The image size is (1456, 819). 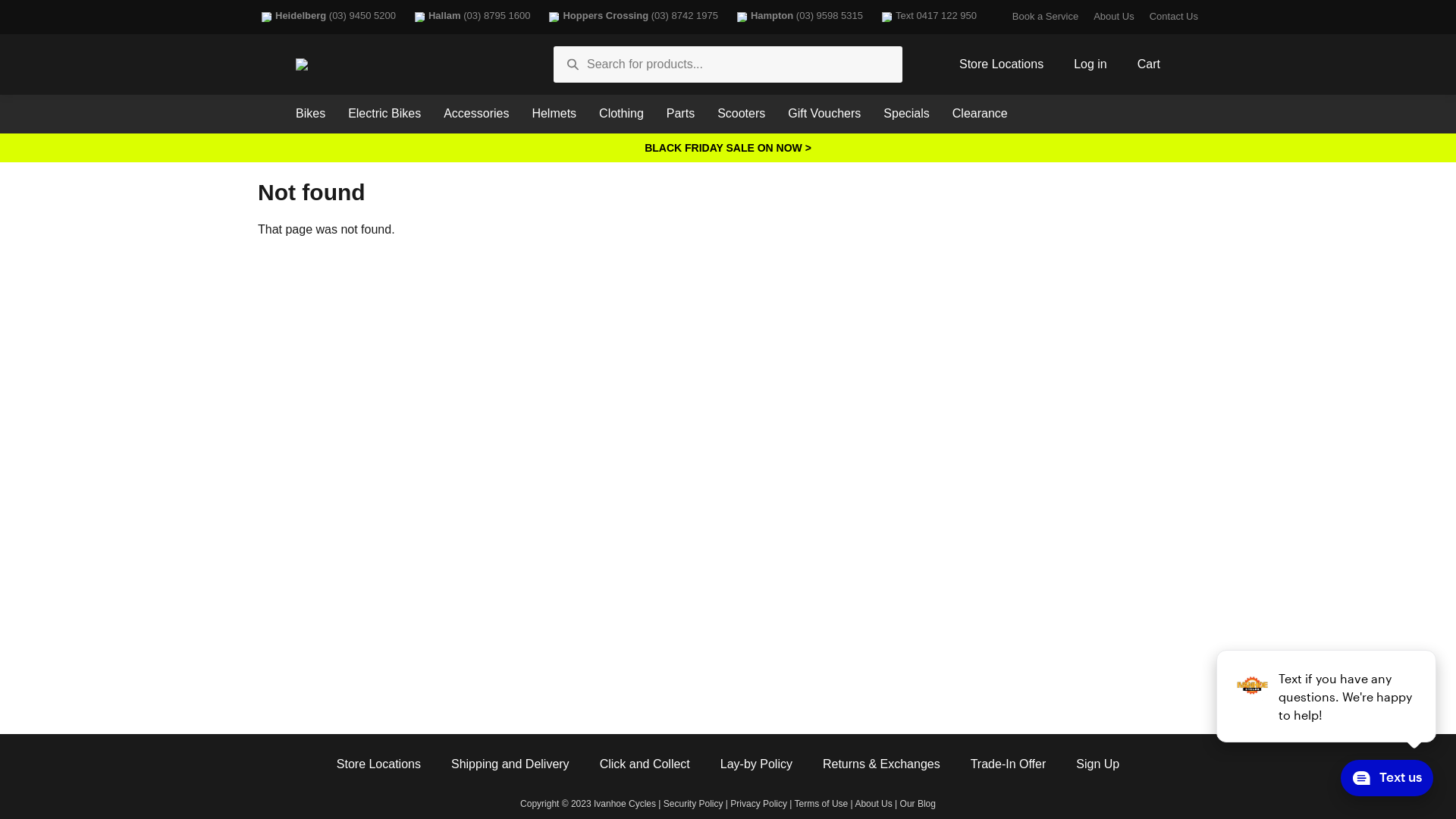 What do you see at coordinates (756, 764) in the screenshot?
I see `'Lay-by Policy'` at bounding box center [756, 764].